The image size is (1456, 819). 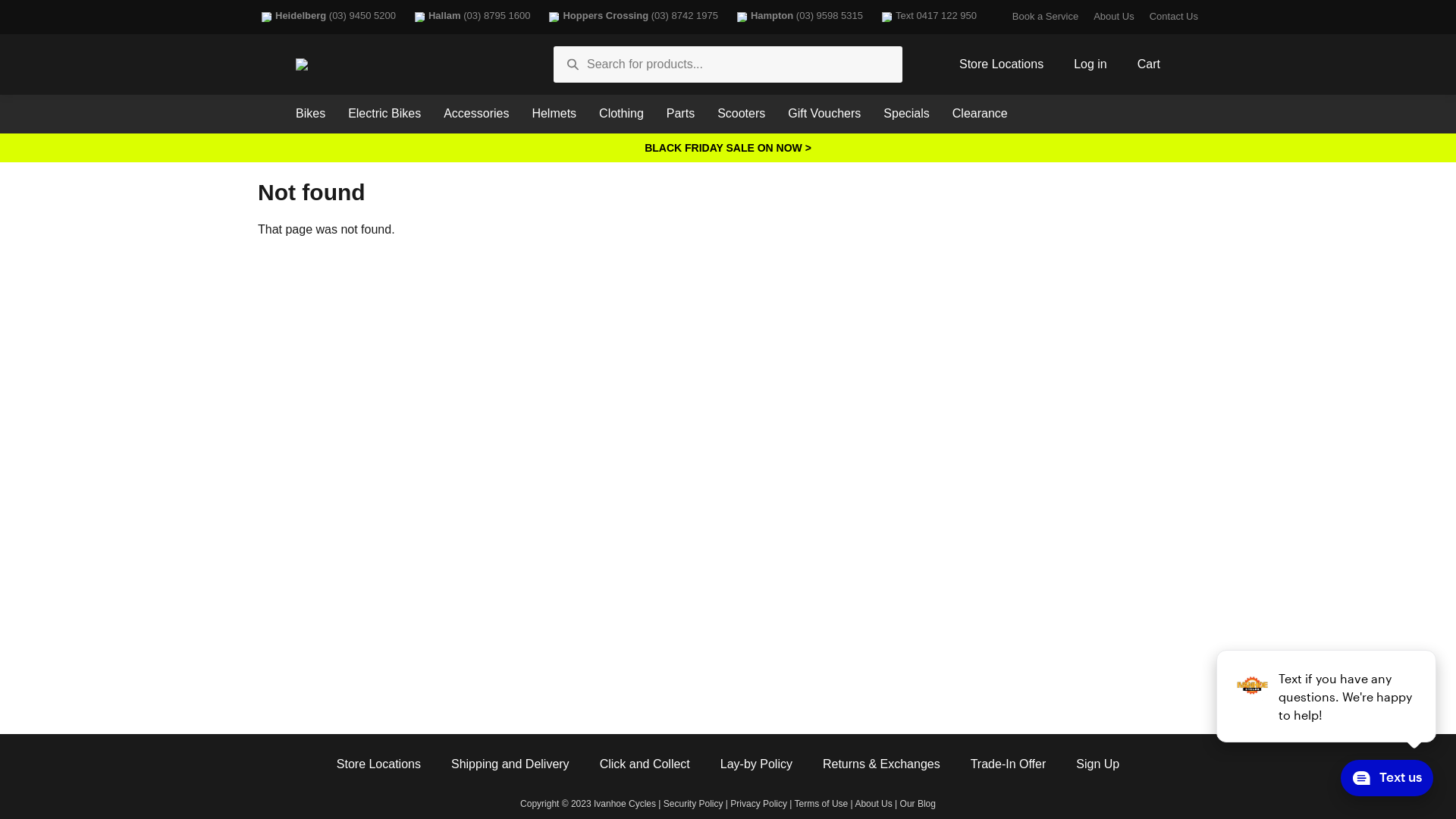 What do you see at coordinates (756, 764) in the screenshot?
I see `'Lay-by Policy'` at bounding box center [756, 764].